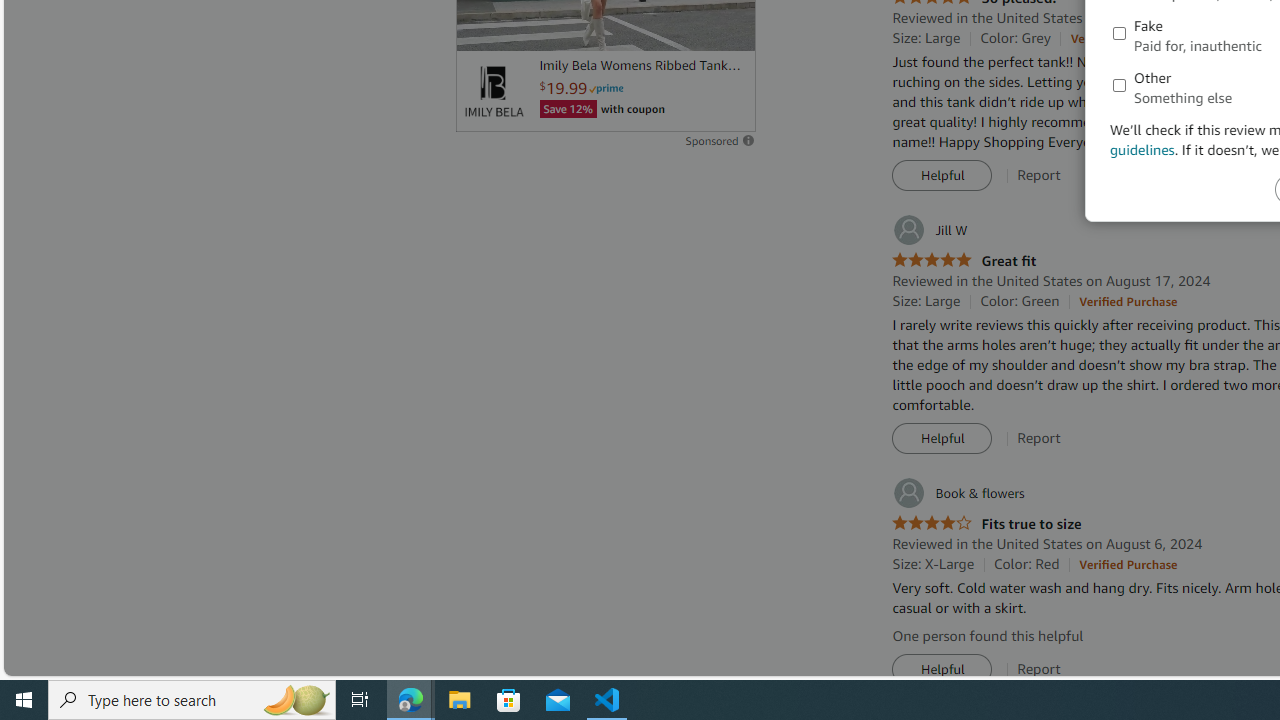 This screenshot has width=1280, height=720. I want to click on 'Report', so click(1039, 669).